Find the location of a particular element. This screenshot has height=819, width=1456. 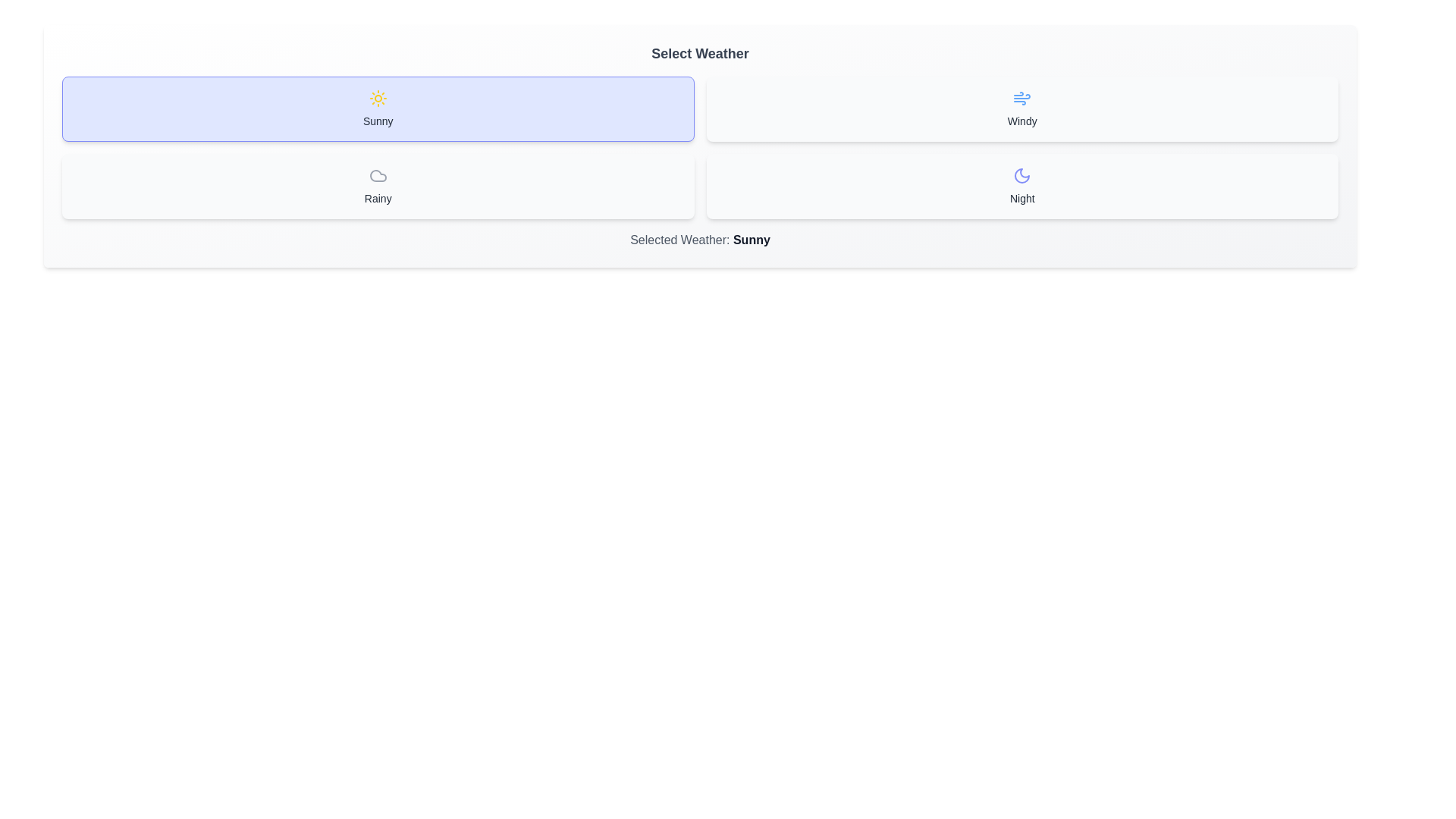

the button corresponding to the weather option Night is located at coordinates (1022, 186).